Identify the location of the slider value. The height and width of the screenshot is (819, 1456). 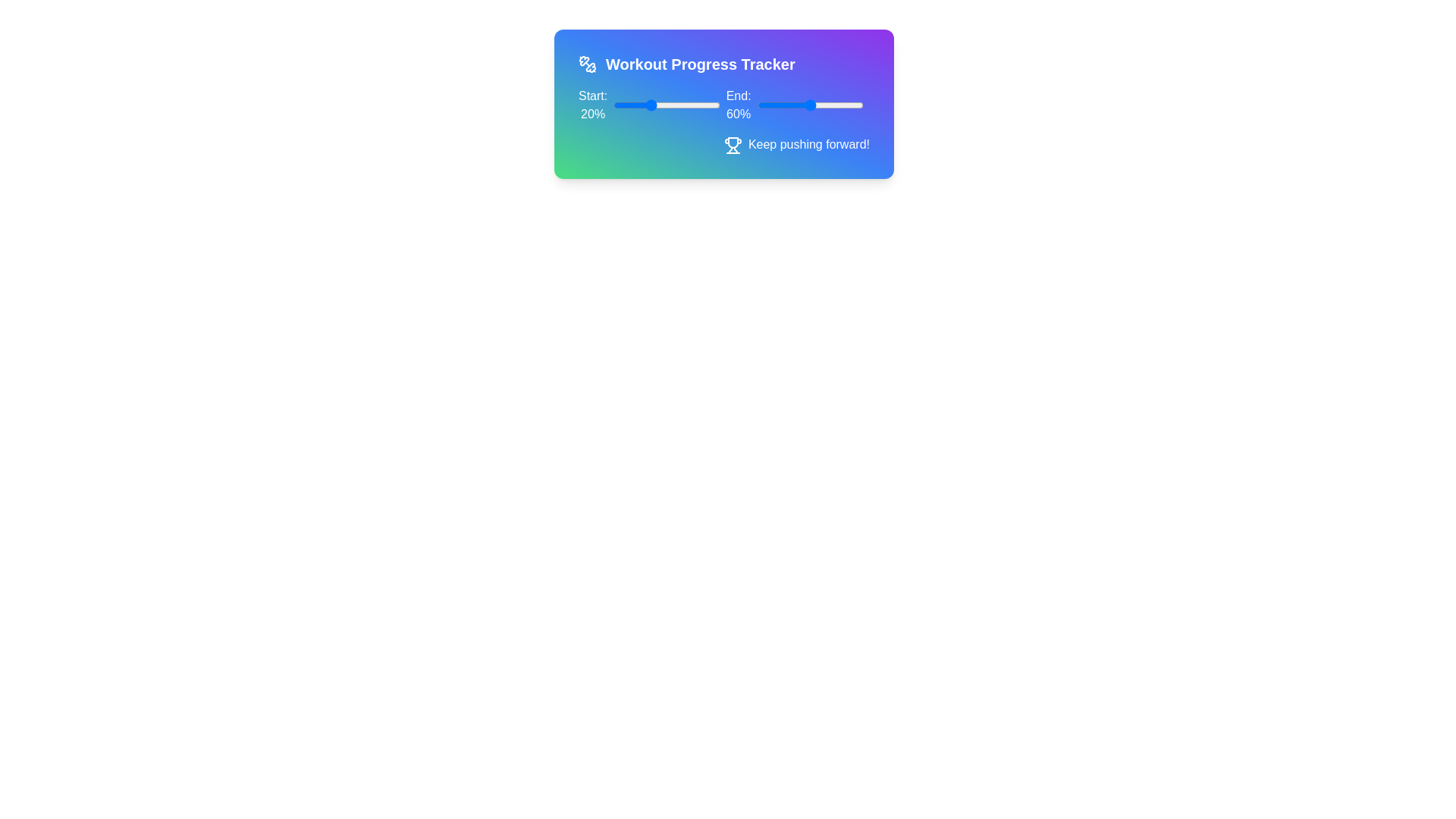
(717, 104).